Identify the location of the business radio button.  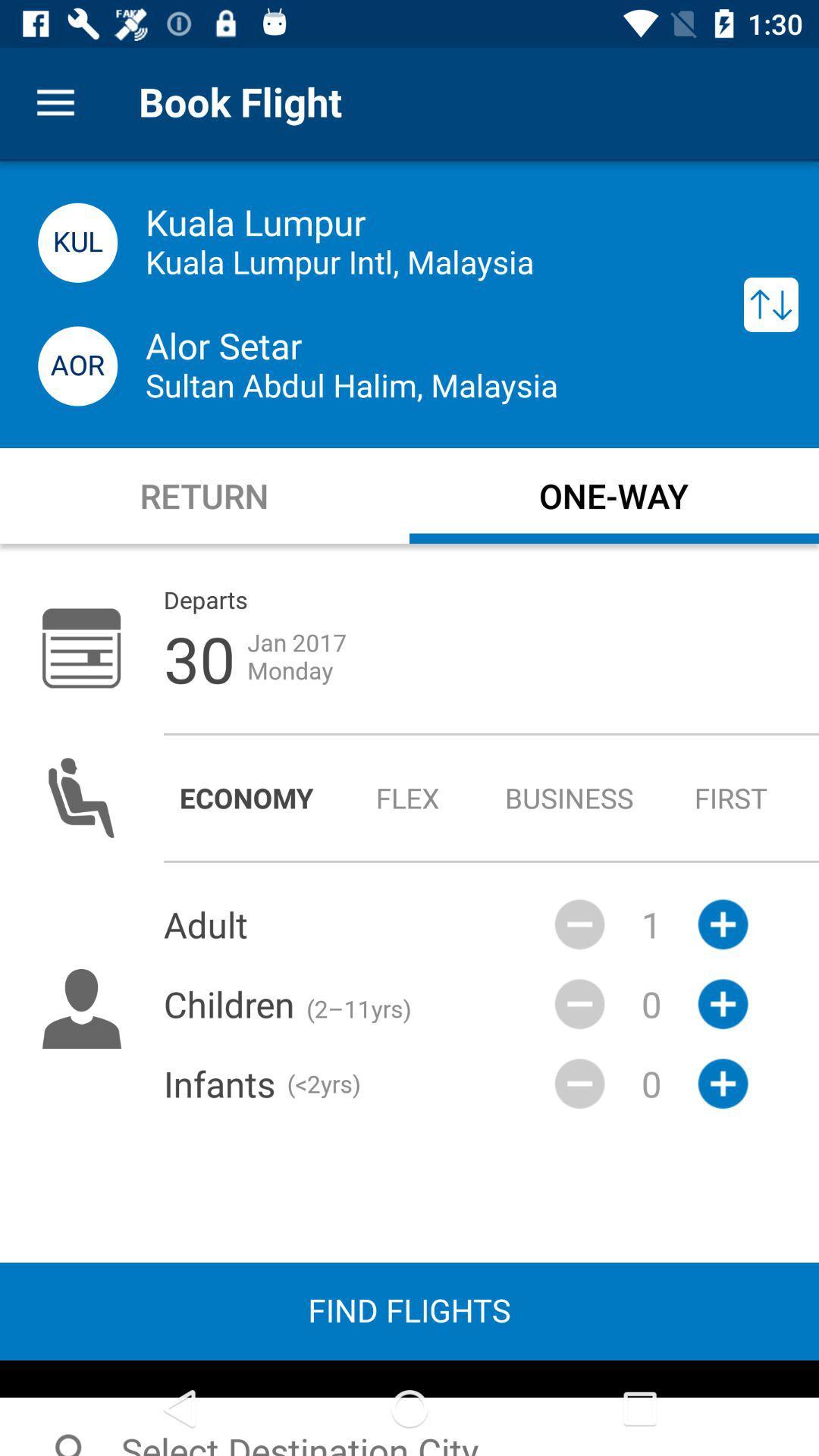
(570, 797).